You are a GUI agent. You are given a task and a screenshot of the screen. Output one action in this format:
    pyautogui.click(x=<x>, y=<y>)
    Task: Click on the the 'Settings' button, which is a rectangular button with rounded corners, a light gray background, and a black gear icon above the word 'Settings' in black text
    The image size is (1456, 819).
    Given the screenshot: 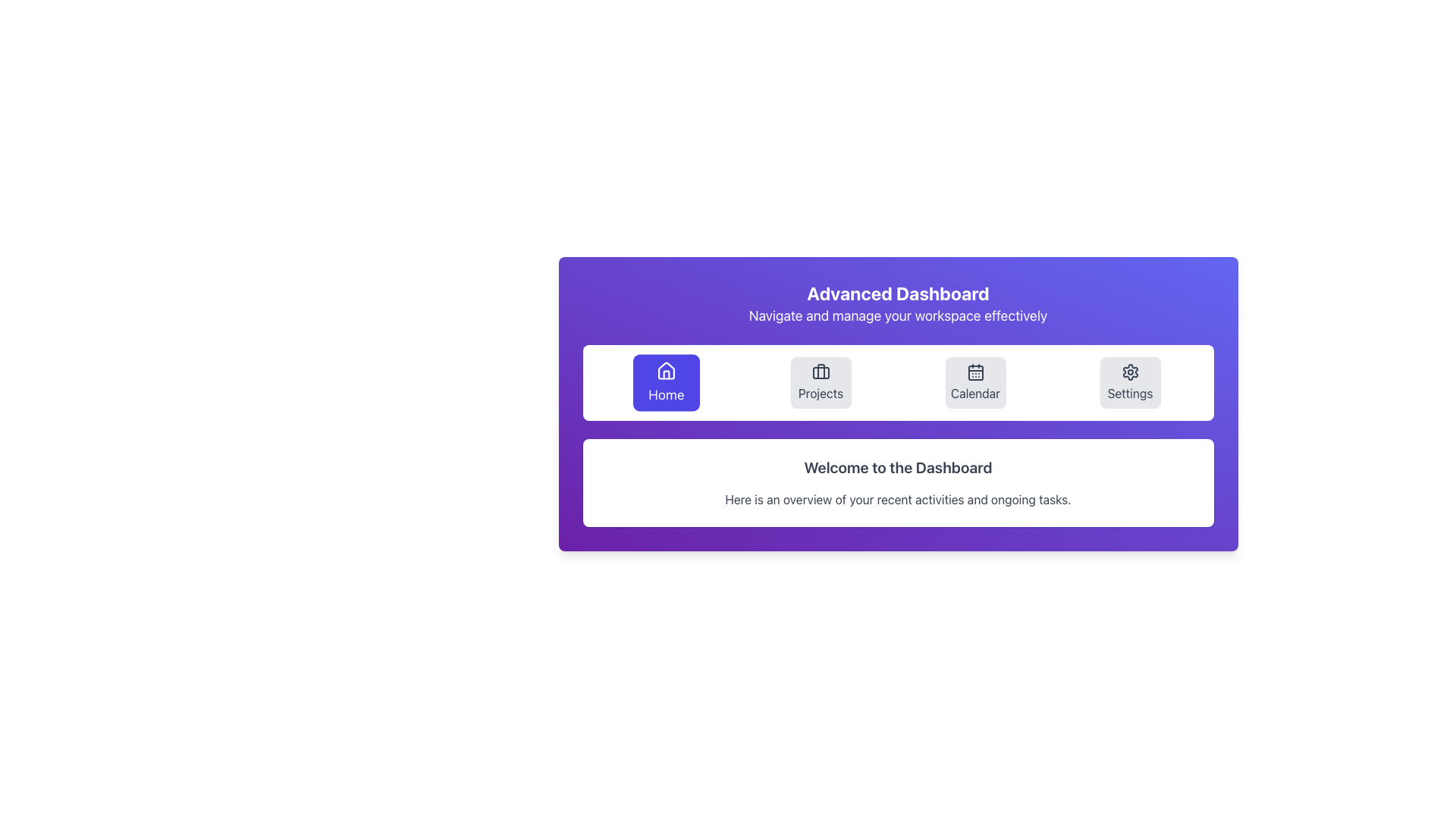 What is the action you would take?
    pyautogui.click(x=1130, y=382)
    